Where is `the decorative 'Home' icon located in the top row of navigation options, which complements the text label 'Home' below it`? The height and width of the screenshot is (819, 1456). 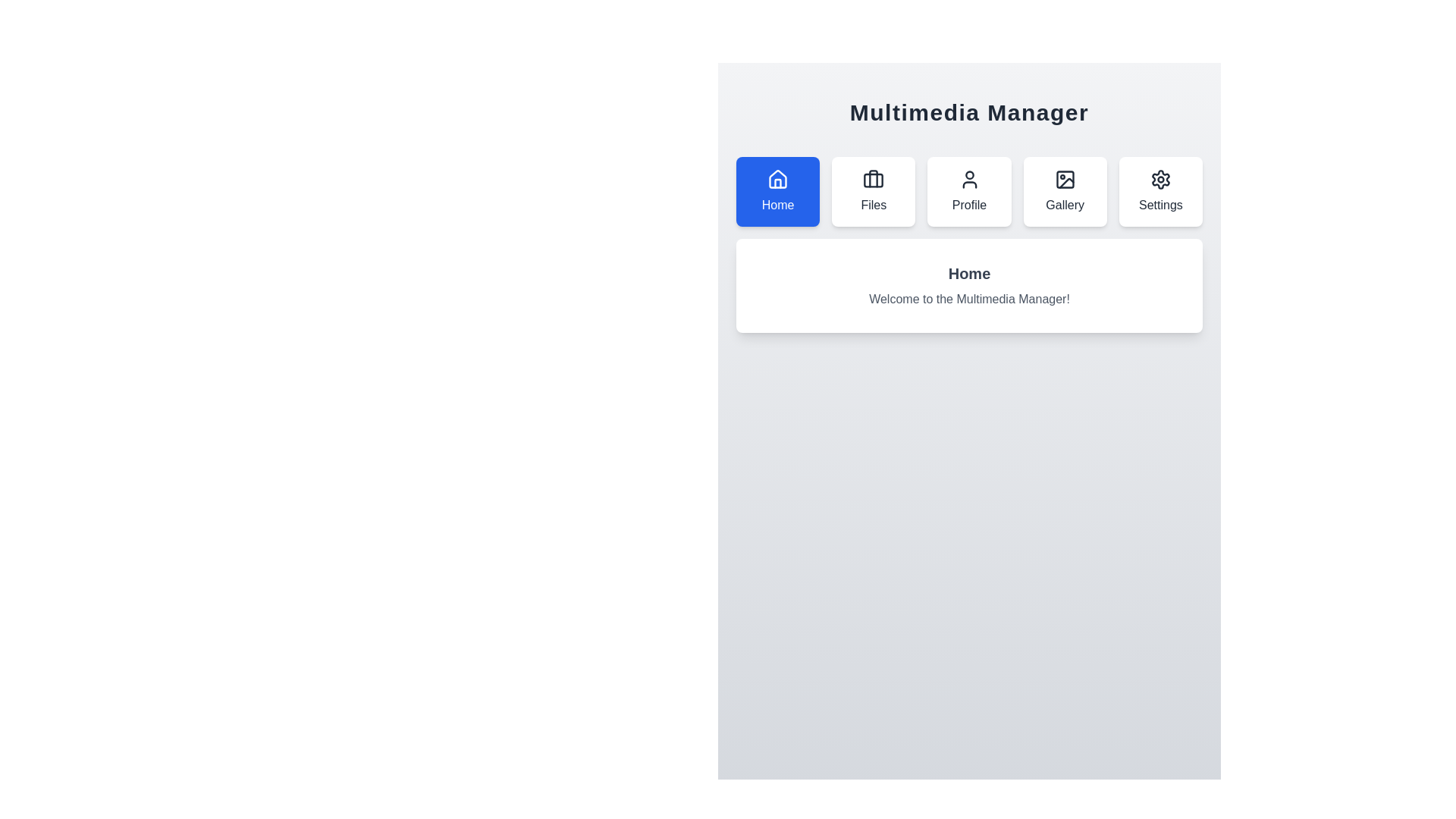 the decorative 'Home' icon located in the top row of navigation options, which complements the text label 'Home' below it is located at coordinates (778, 178).